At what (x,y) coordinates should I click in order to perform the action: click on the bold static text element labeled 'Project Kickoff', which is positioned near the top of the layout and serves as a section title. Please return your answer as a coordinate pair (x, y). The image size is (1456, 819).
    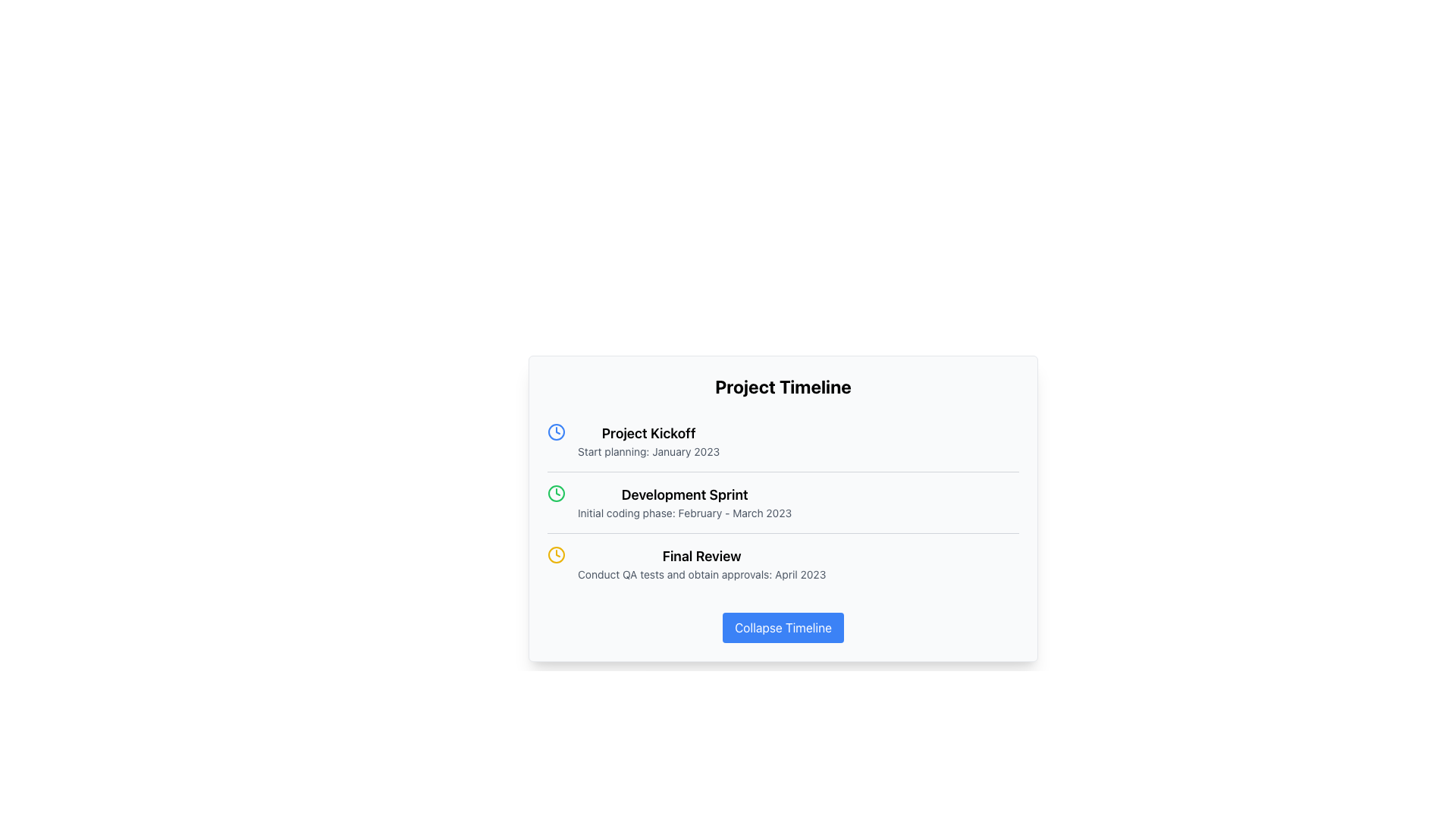
    Looking at the image, I should click on (648, 433).